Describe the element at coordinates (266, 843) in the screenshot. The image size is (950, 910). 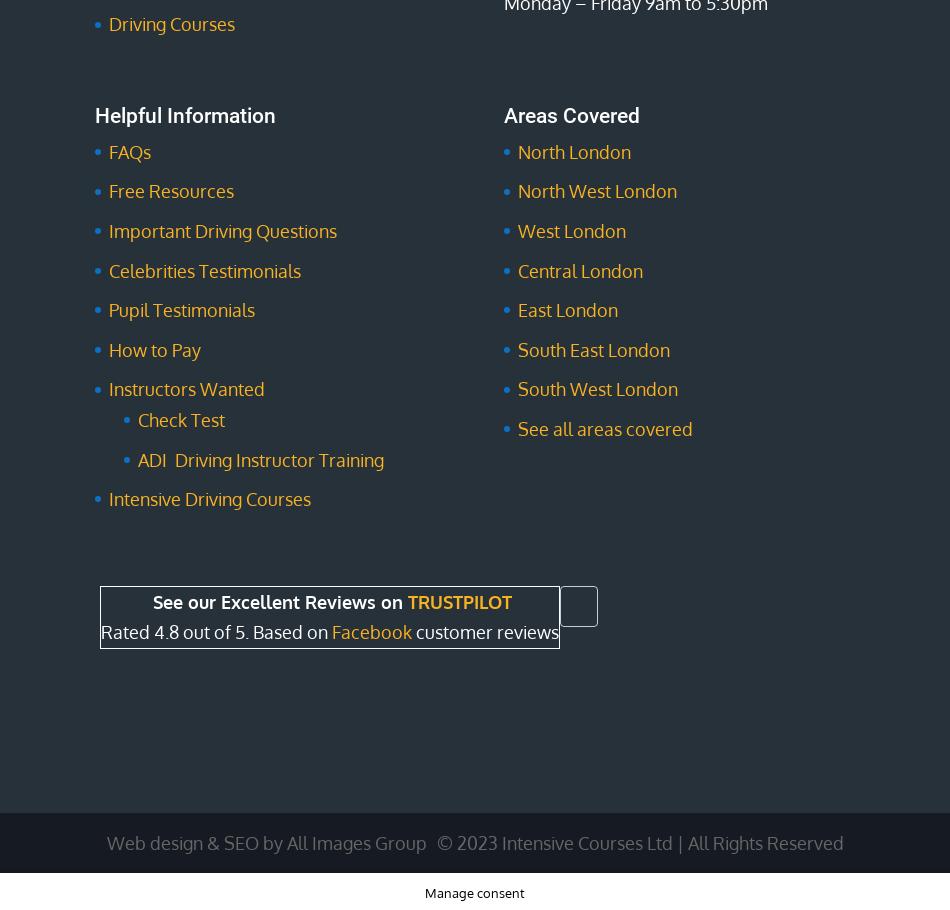
I see `'Web design & SEO by All Images Group'` at that location.